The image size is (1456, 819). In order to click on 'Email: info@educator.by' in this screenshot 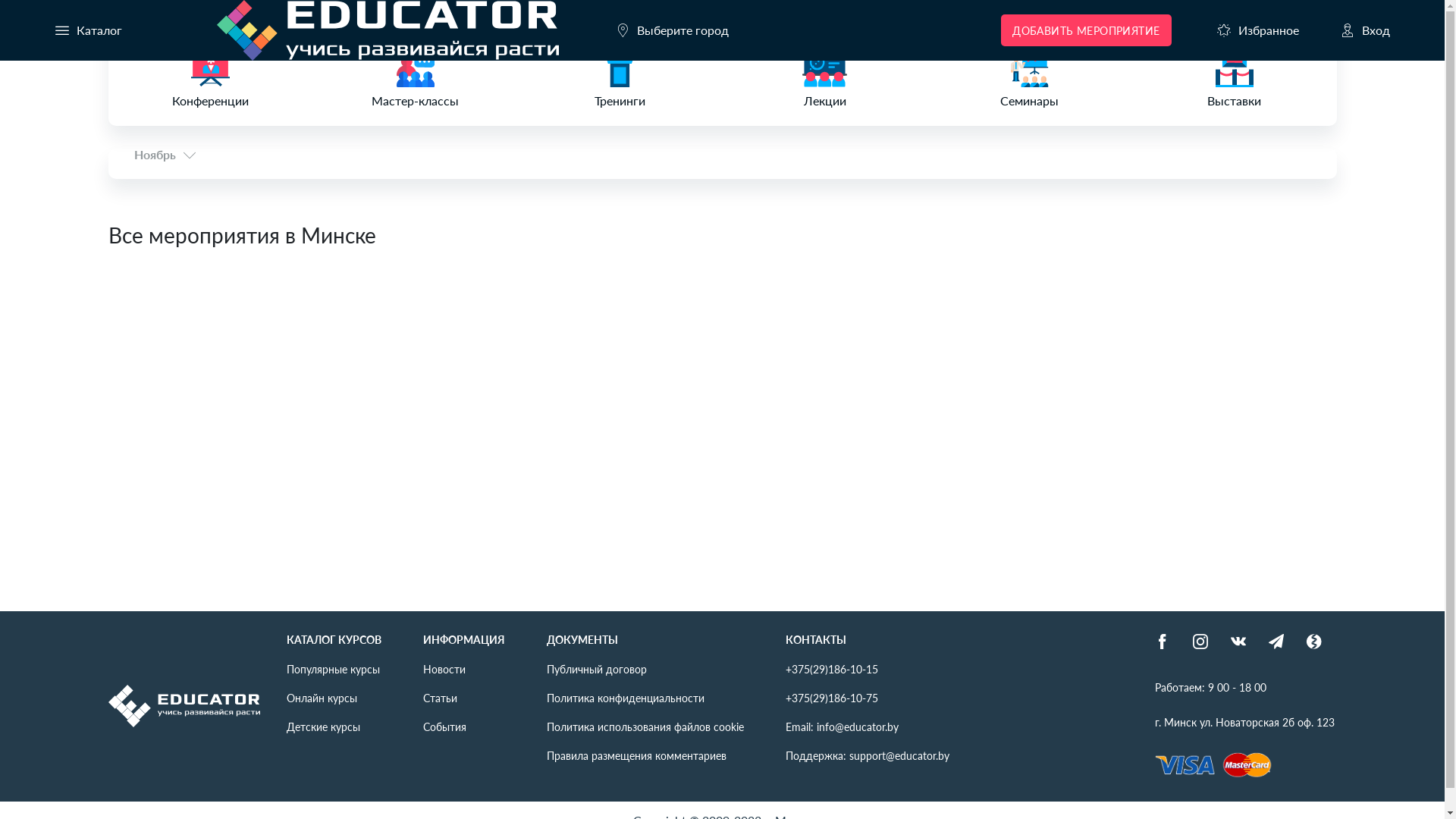, I will do `click(841, 725)`.